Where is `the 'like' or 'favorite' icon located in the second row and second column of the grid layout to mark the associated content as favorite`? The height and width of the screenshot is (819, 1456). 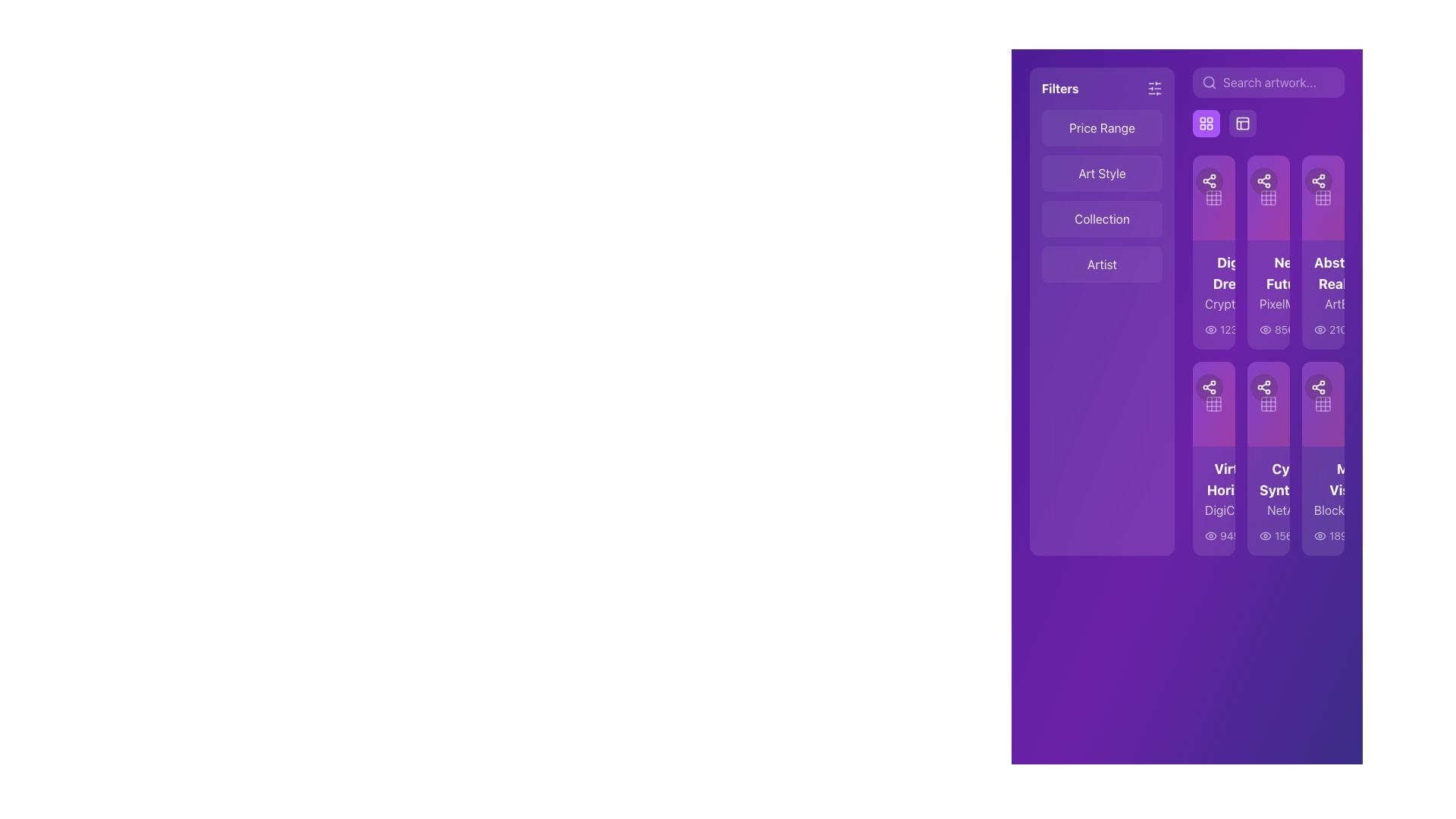
the 'like' or 'favorite' icon located in the second row and second column of the grid layout to mark the associated content as favorite is located at coordinates (1284, 386).